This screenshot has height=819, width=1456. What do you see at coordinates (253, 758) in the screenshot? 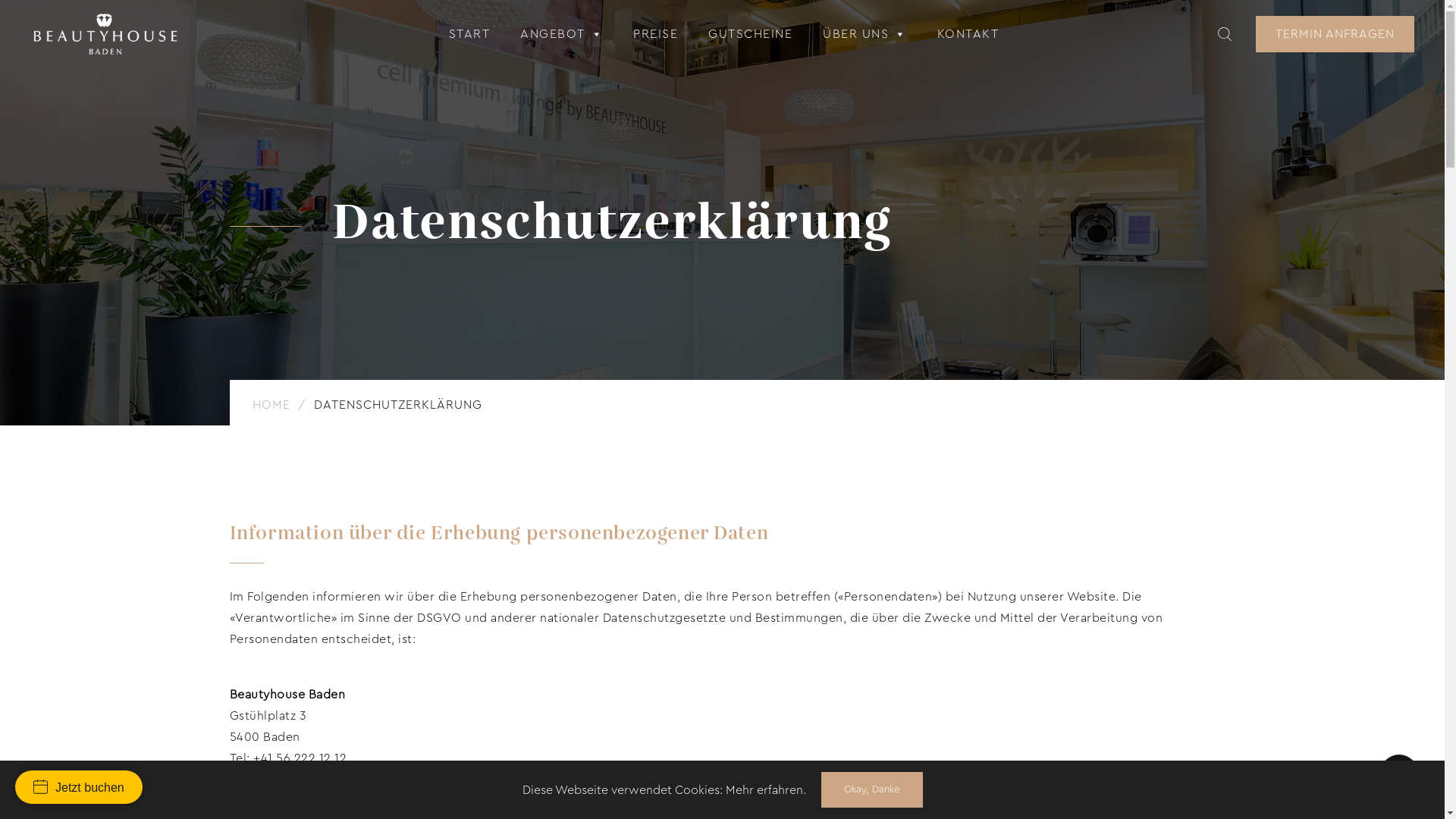
I see `'+41 56 222 12 12'` at bounding box center [253, 758].